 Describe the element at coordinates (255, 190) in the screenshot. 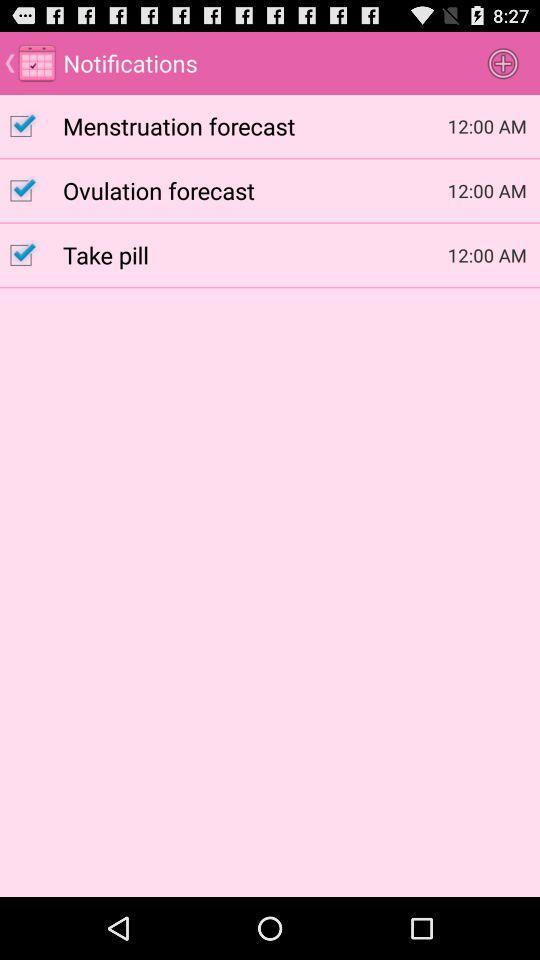

I see `the app to the left of 12:00 am` at that location.